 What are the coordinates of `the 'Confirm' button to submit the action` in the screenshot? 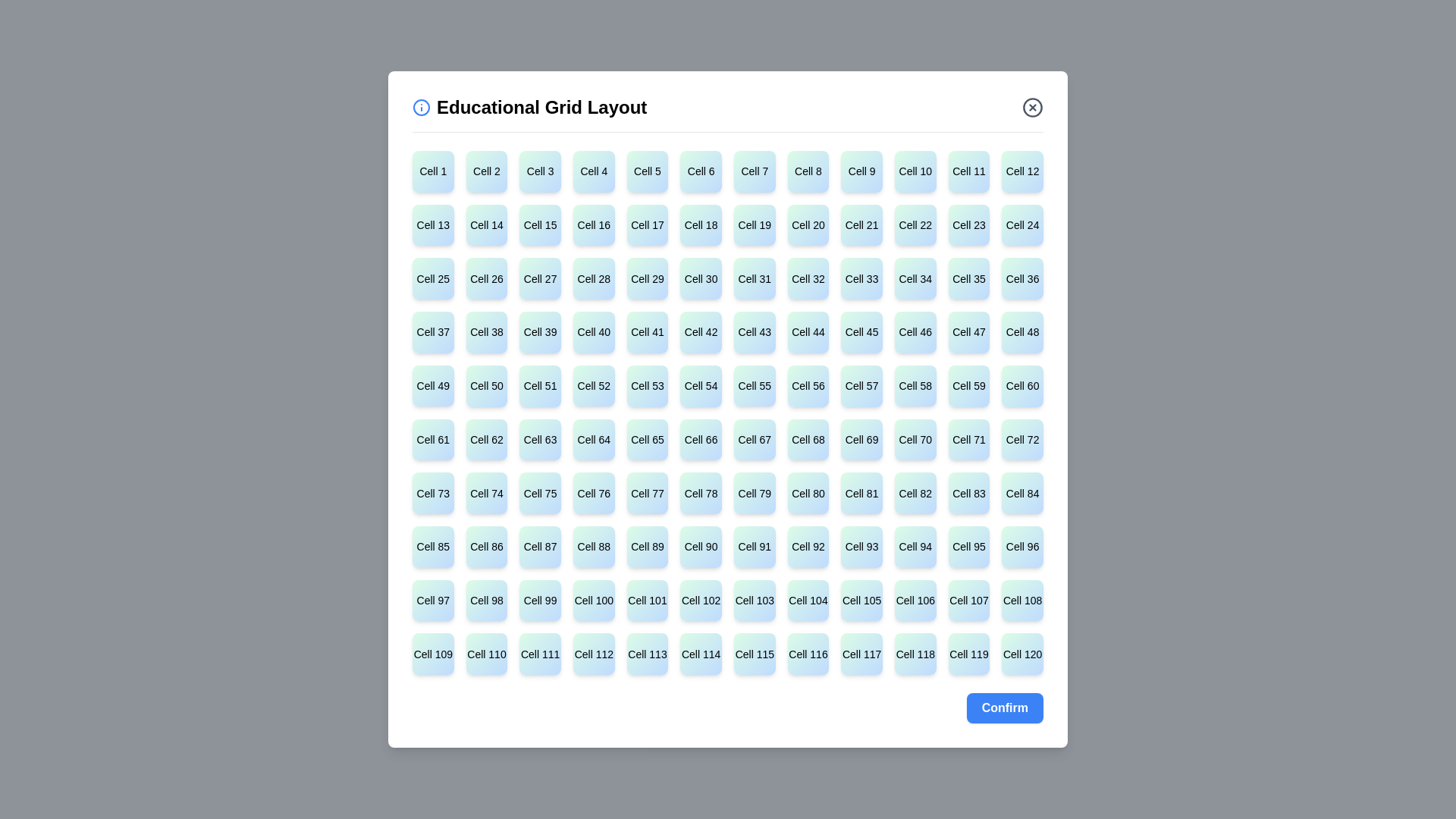 It's located at (1004, 708).